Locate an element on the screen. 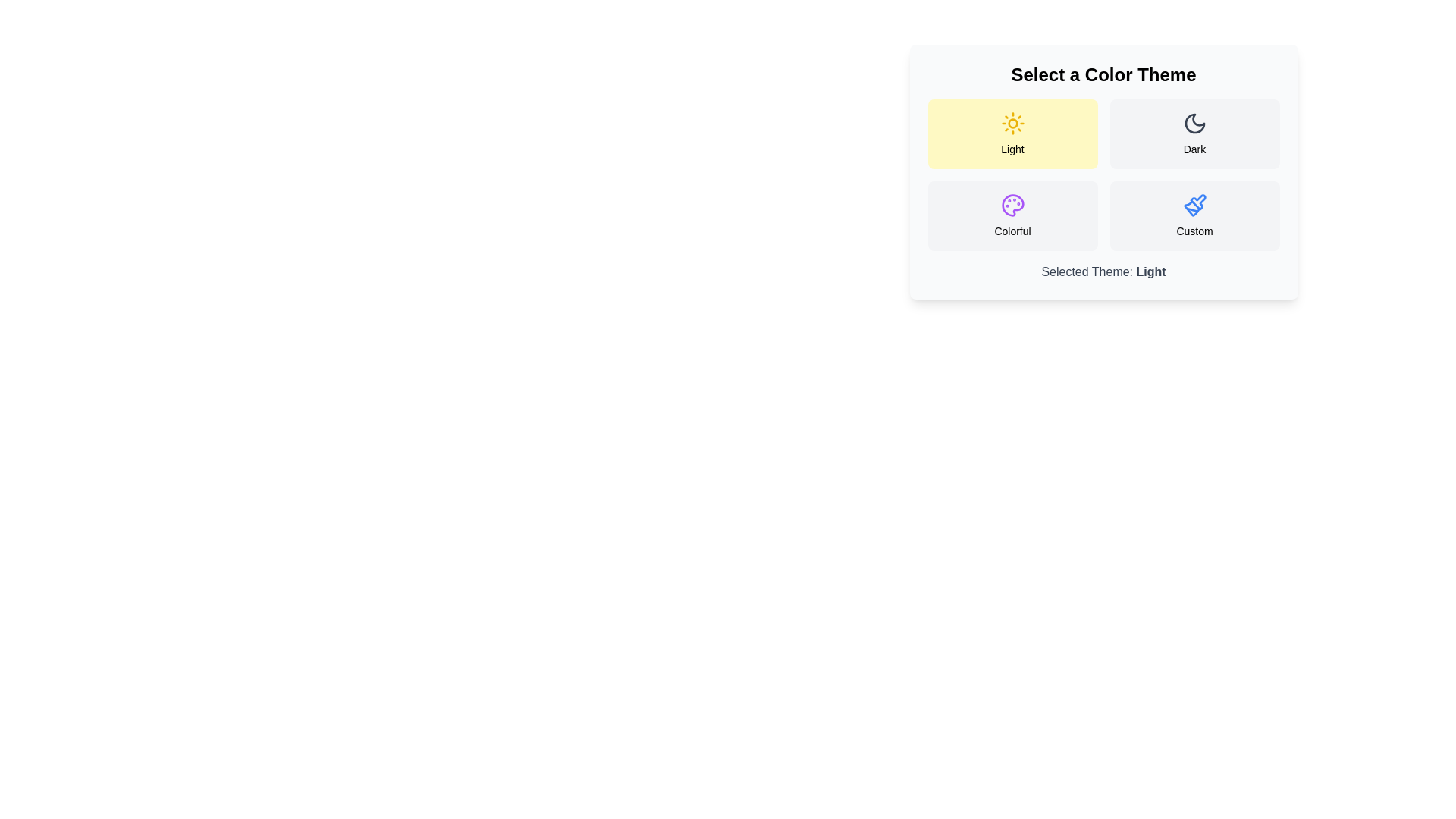 This screenshot has width=1456, height=819. the theme button labeled 'Dark' to observe its hover effect is located at coordinates (1194, 133).